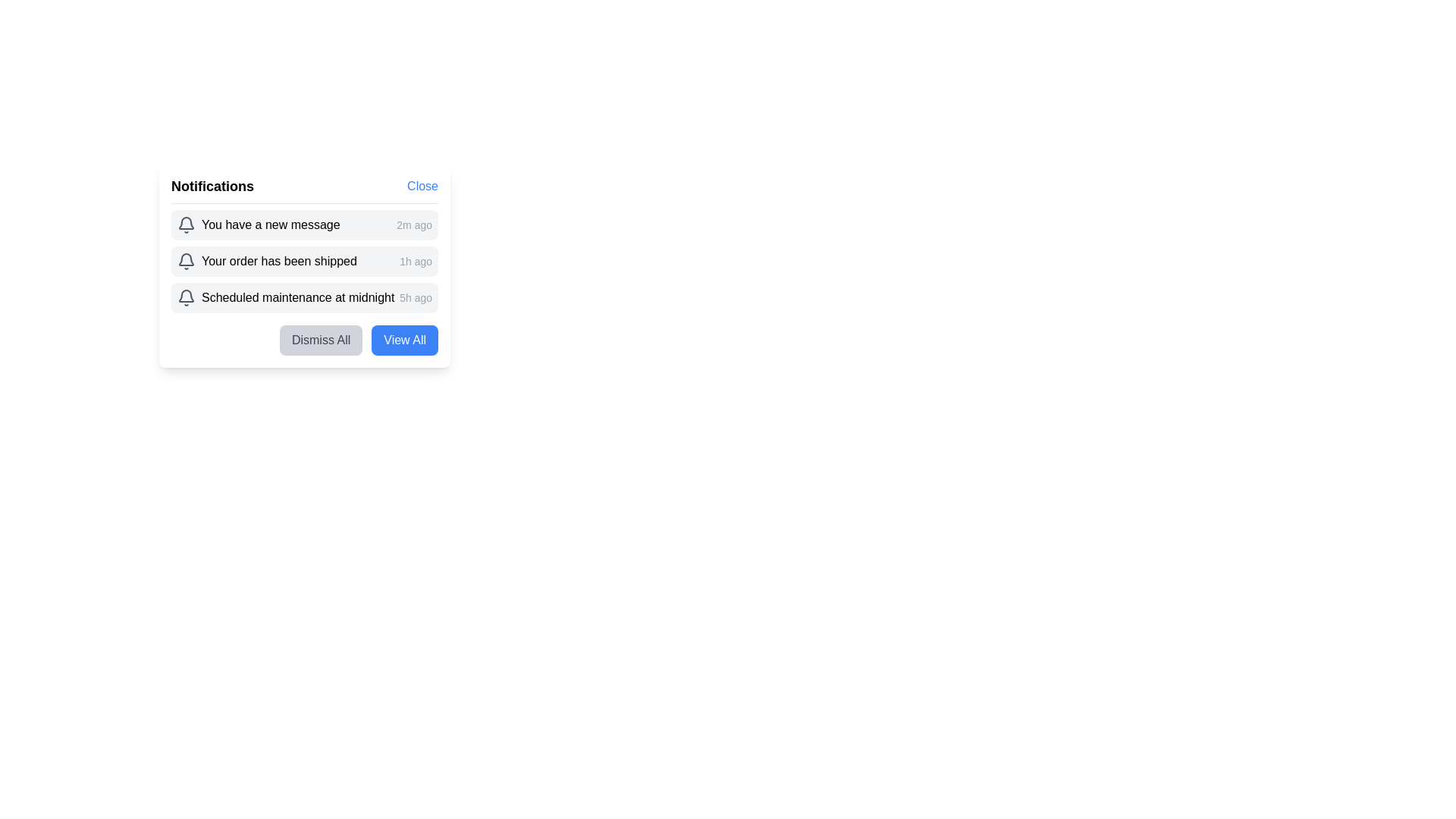  What do you see at coordinates (212, 186) in the screenshot?
I see `text from the bold 'Notifications' label located at the top-left corner of its bounding box` at bounding box center [212, 186].